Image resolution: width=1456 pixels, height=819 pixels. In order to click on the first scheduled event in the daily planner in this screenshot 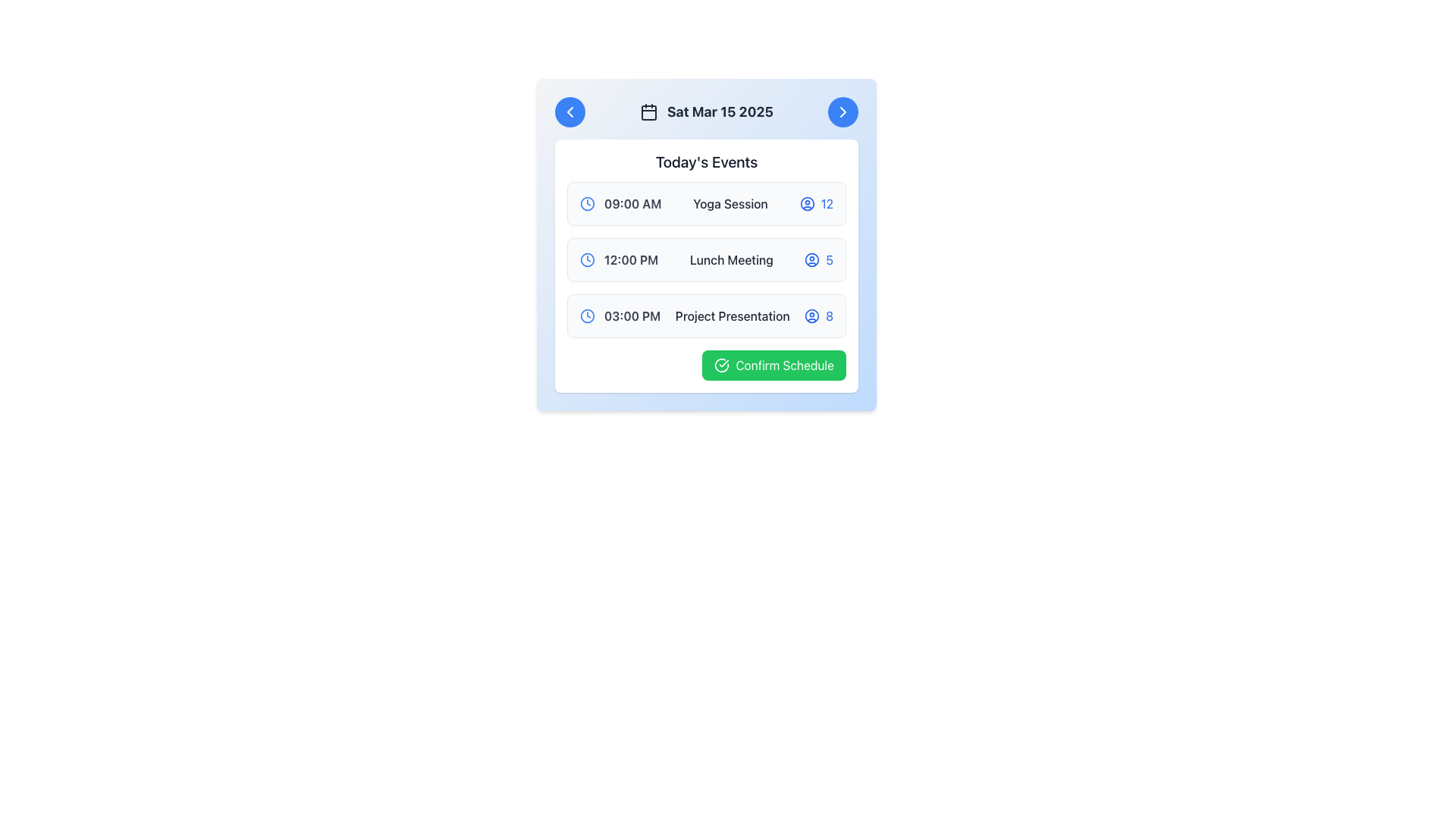, I will do `click(705, 203)`.